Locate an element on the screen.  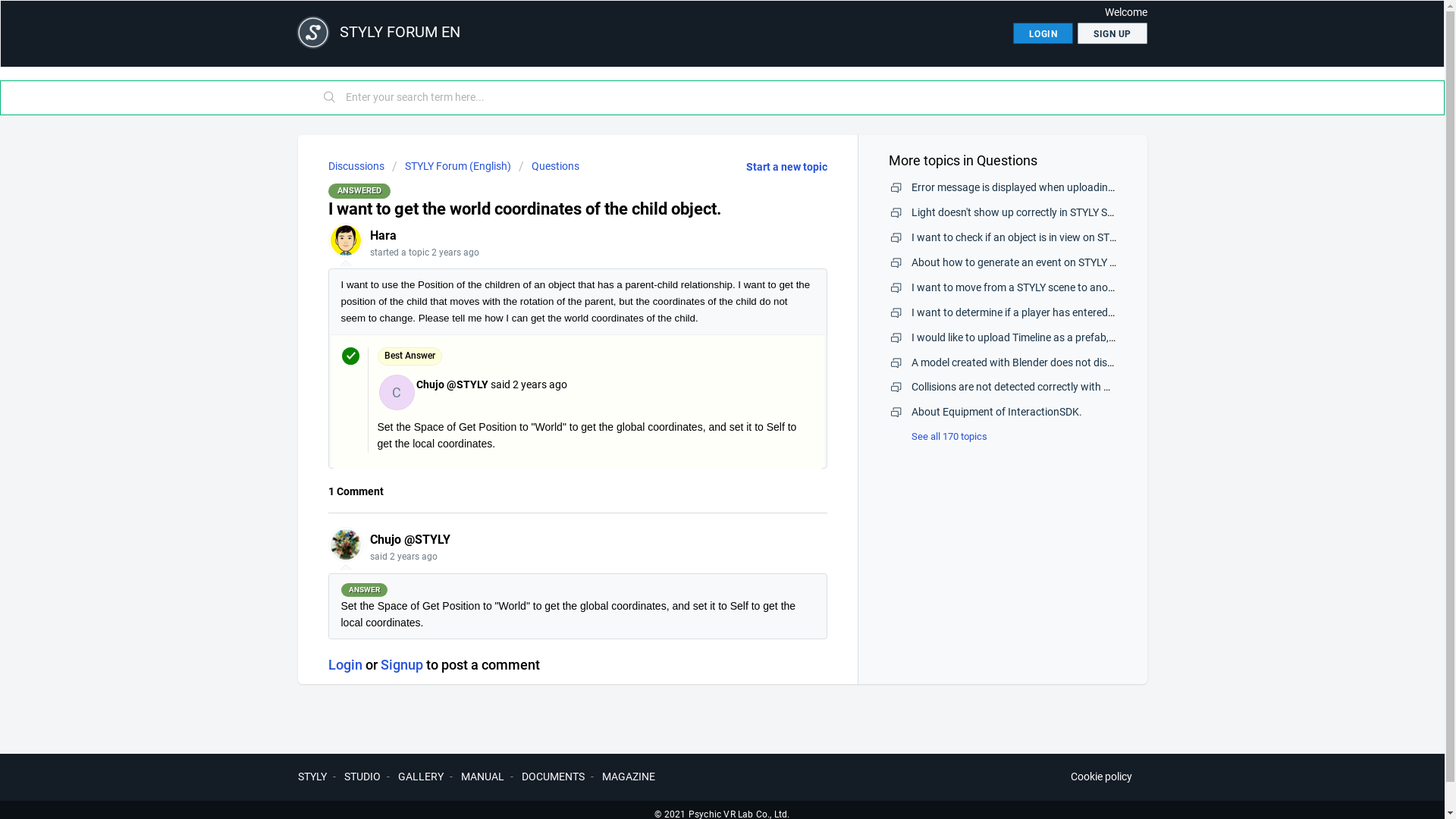
'Signup' is located at coordinates (401, 664).